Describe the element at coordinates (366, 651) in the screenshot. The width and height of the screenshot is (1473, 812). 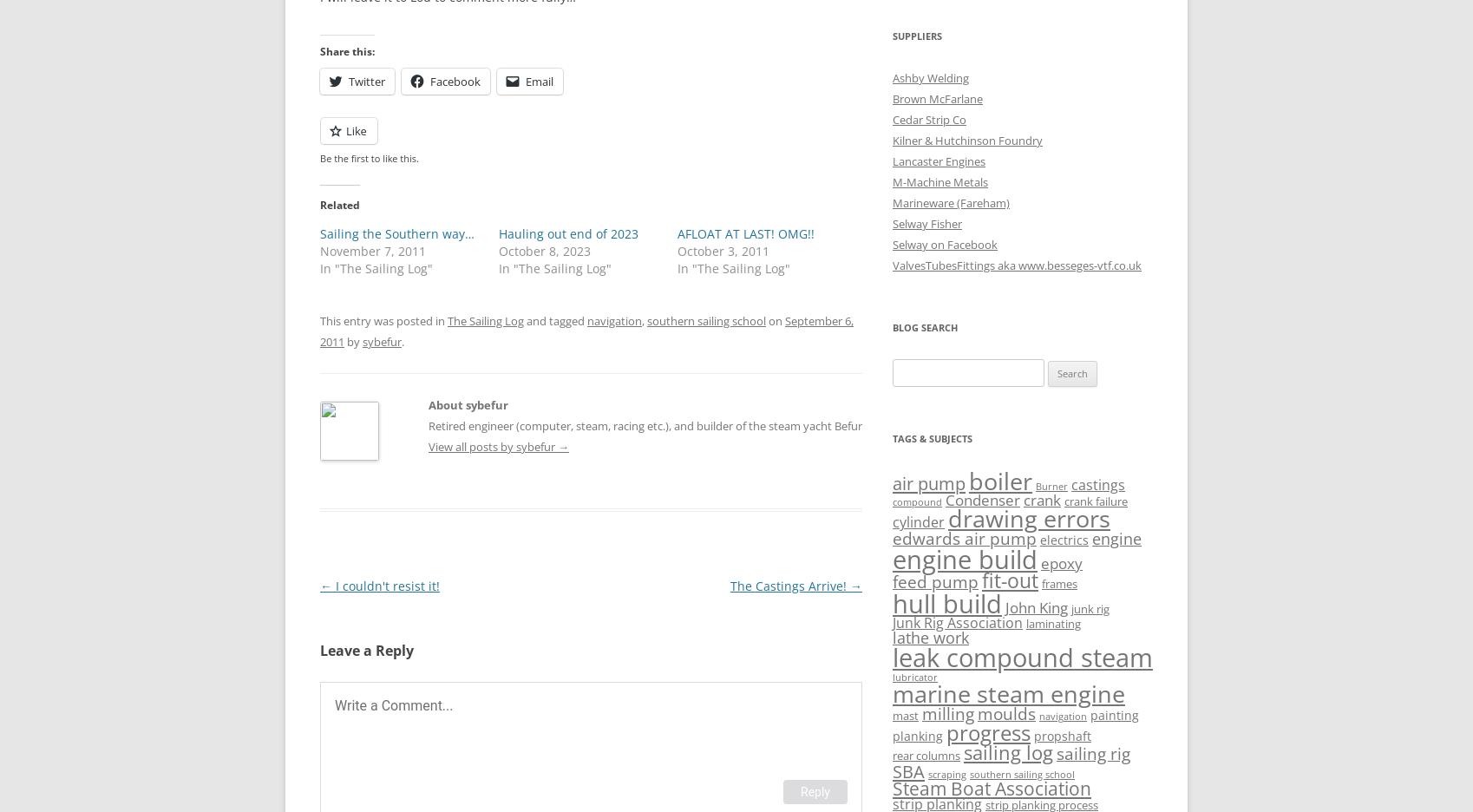
I see `'Leave a Reply'` at that location.